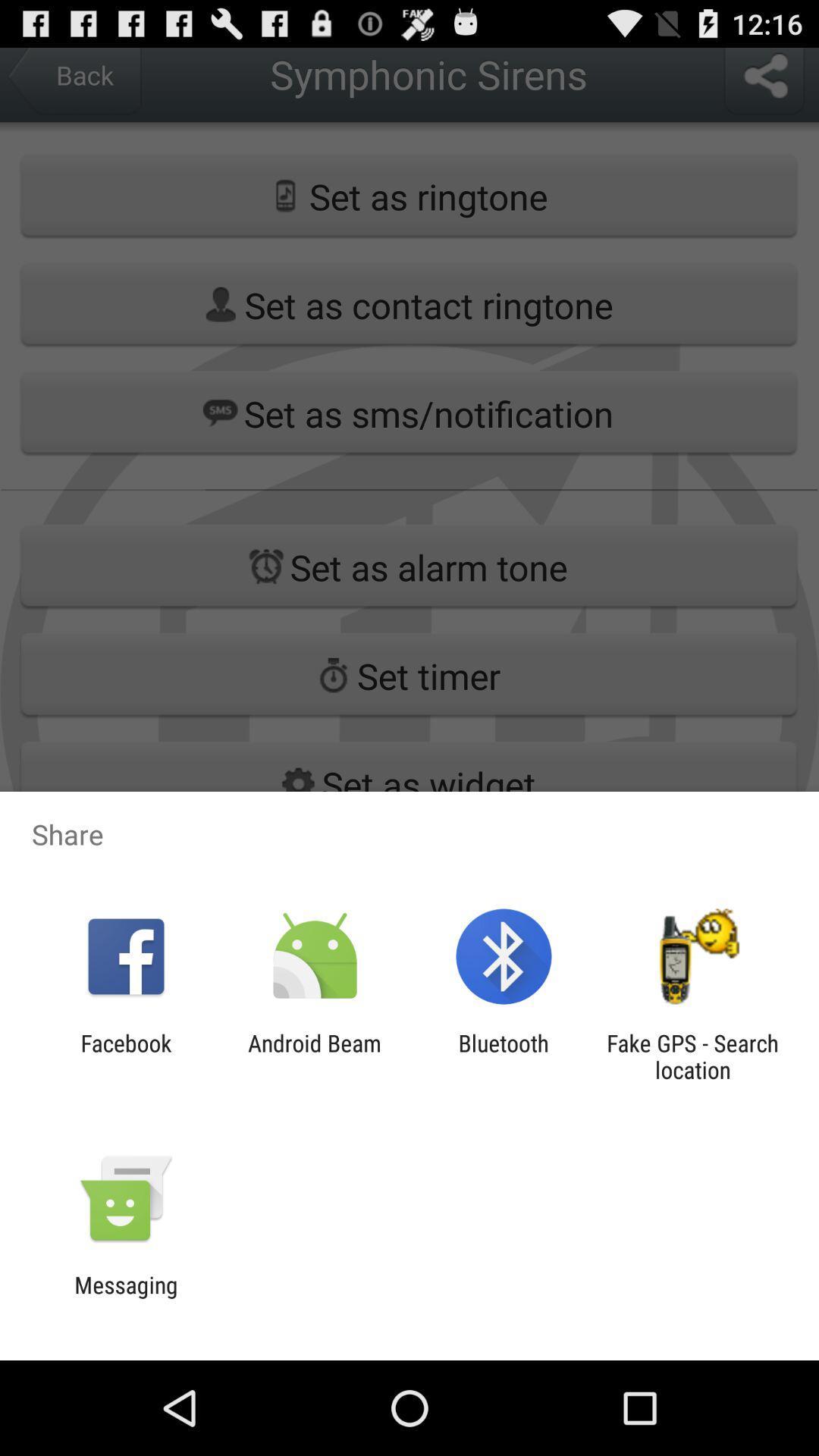 The width and height of the screenshot is (819, 1456). Describe the element at coordinates (314, 1056) in the screenshot. I see `android beam icon` at that location.